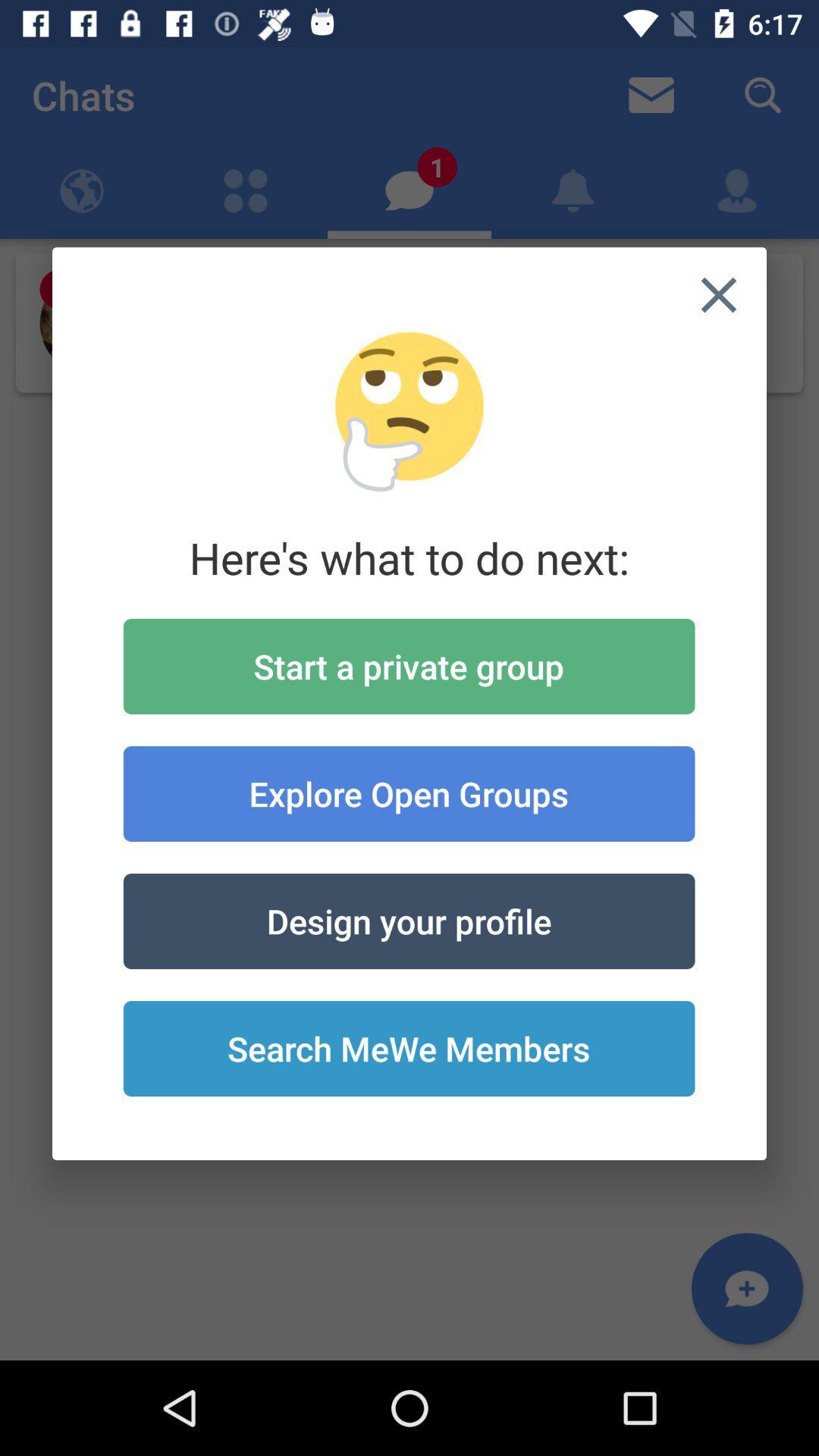 This screenshot has height=1456, width=819. What do you see at coordinates (408, 920) in the screenshot?
I see `the item below explore open groups icon` at bounding box center [408, 920].